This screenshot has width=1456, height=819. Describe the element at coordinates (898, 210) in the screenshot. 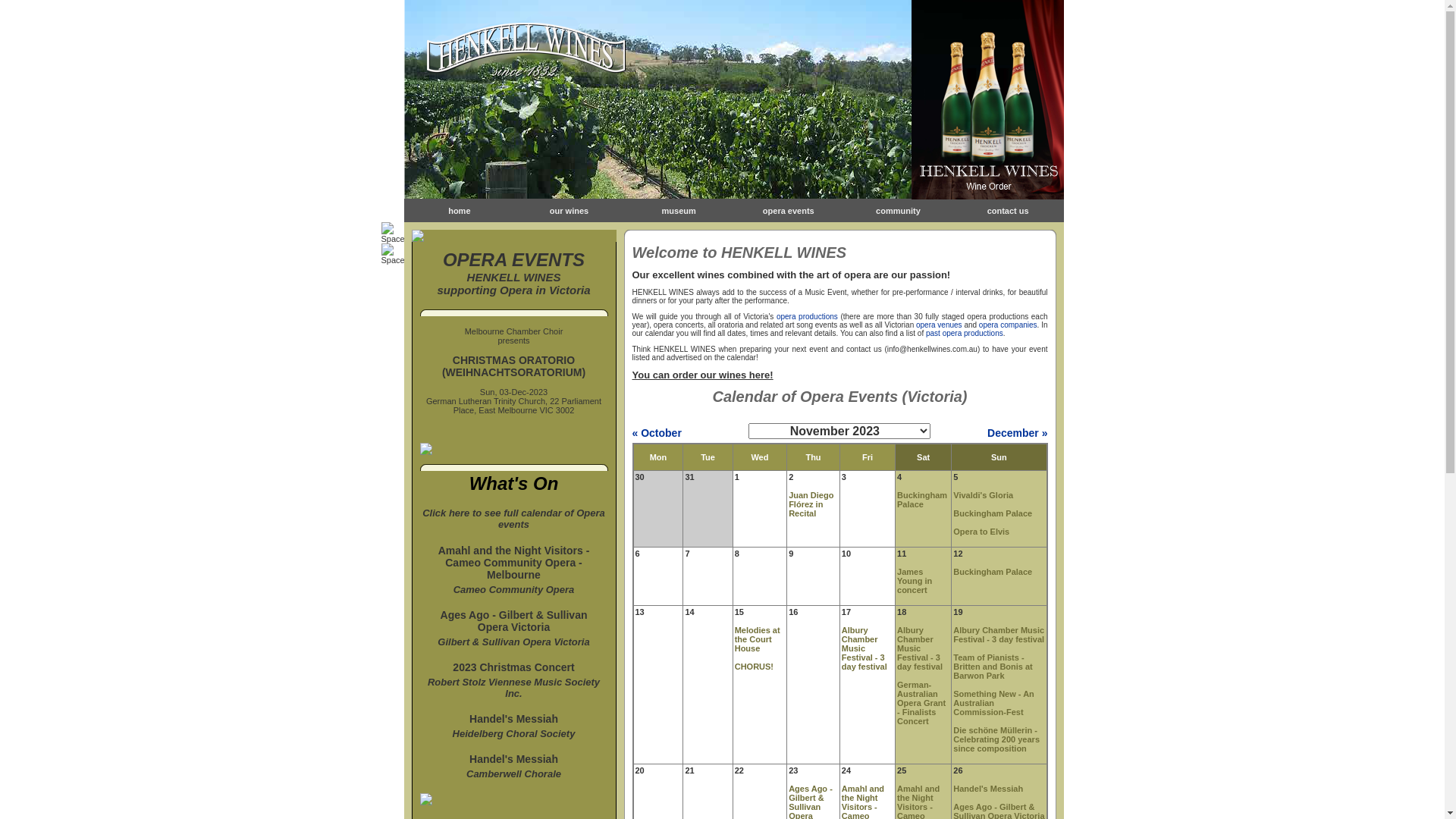

I see `'community'` at that location.